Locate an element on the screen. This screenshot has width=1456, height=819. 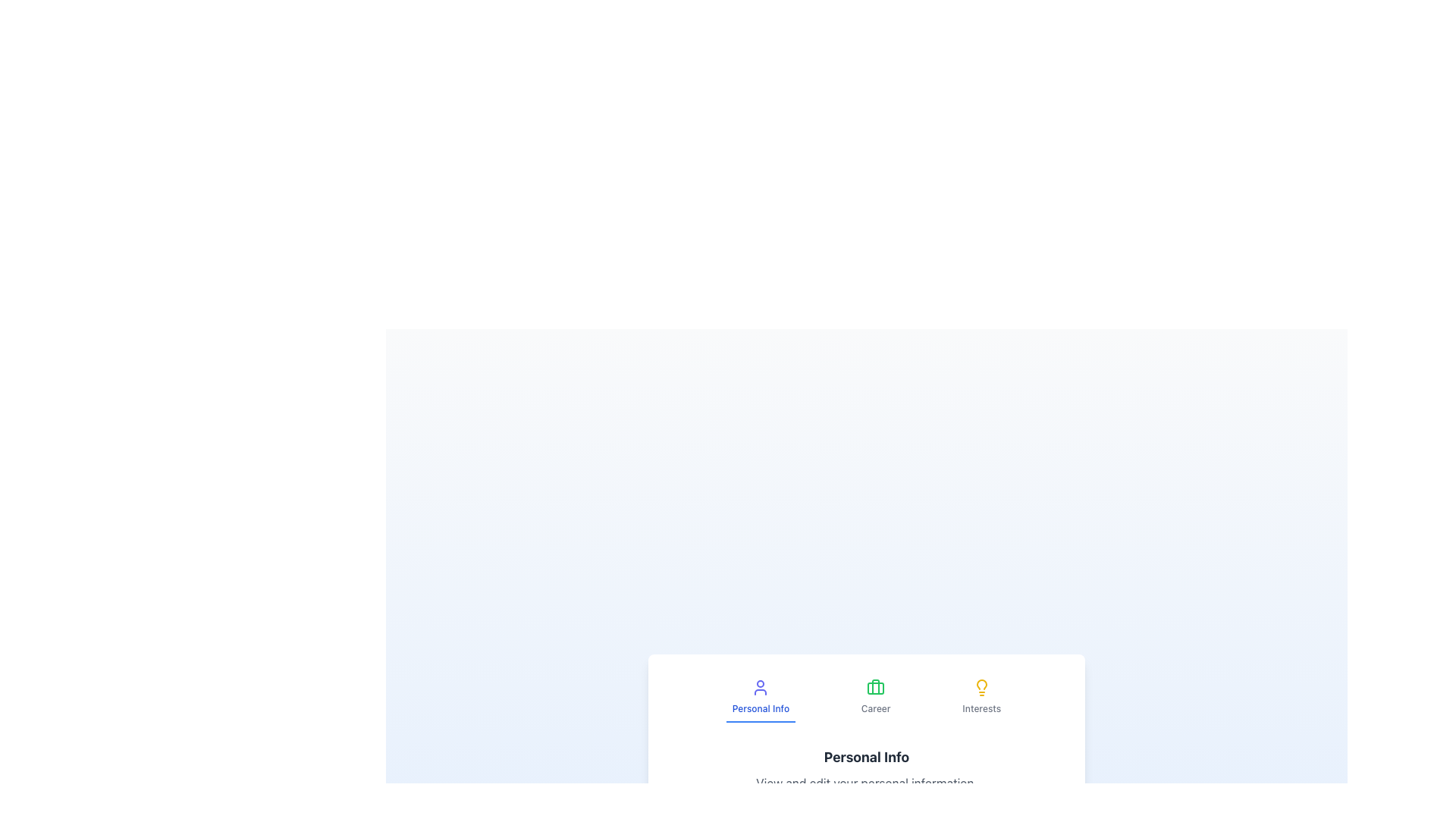
the text label displaying 'Interests', which is styled in gray color and positioned beneath a yellow lightbulb icon is located at coordinates (981, 708).